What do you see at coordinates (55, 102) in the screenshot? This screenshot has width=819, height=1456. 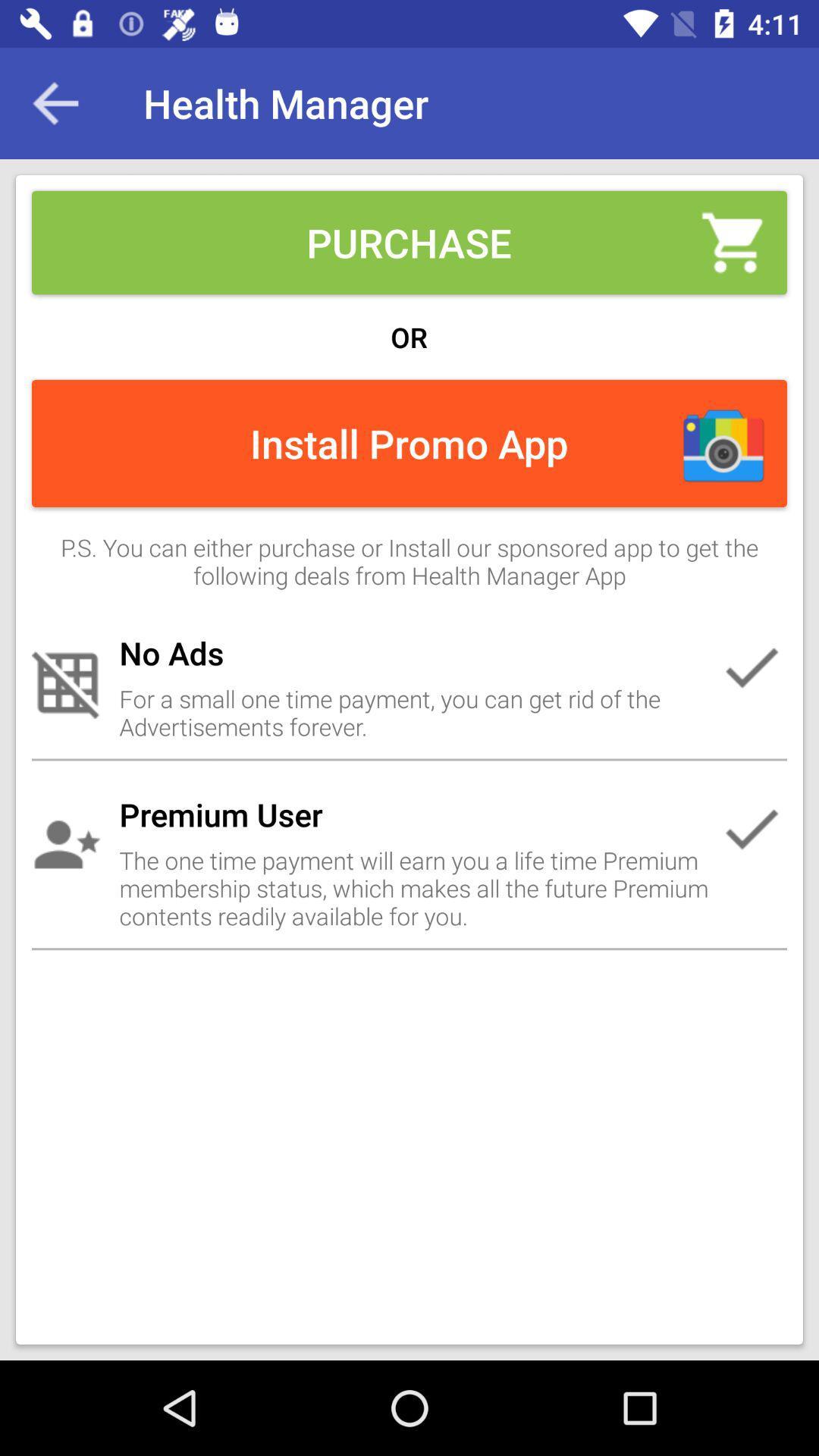 I see `item at the top left corner` at bounding box center [55, 102].